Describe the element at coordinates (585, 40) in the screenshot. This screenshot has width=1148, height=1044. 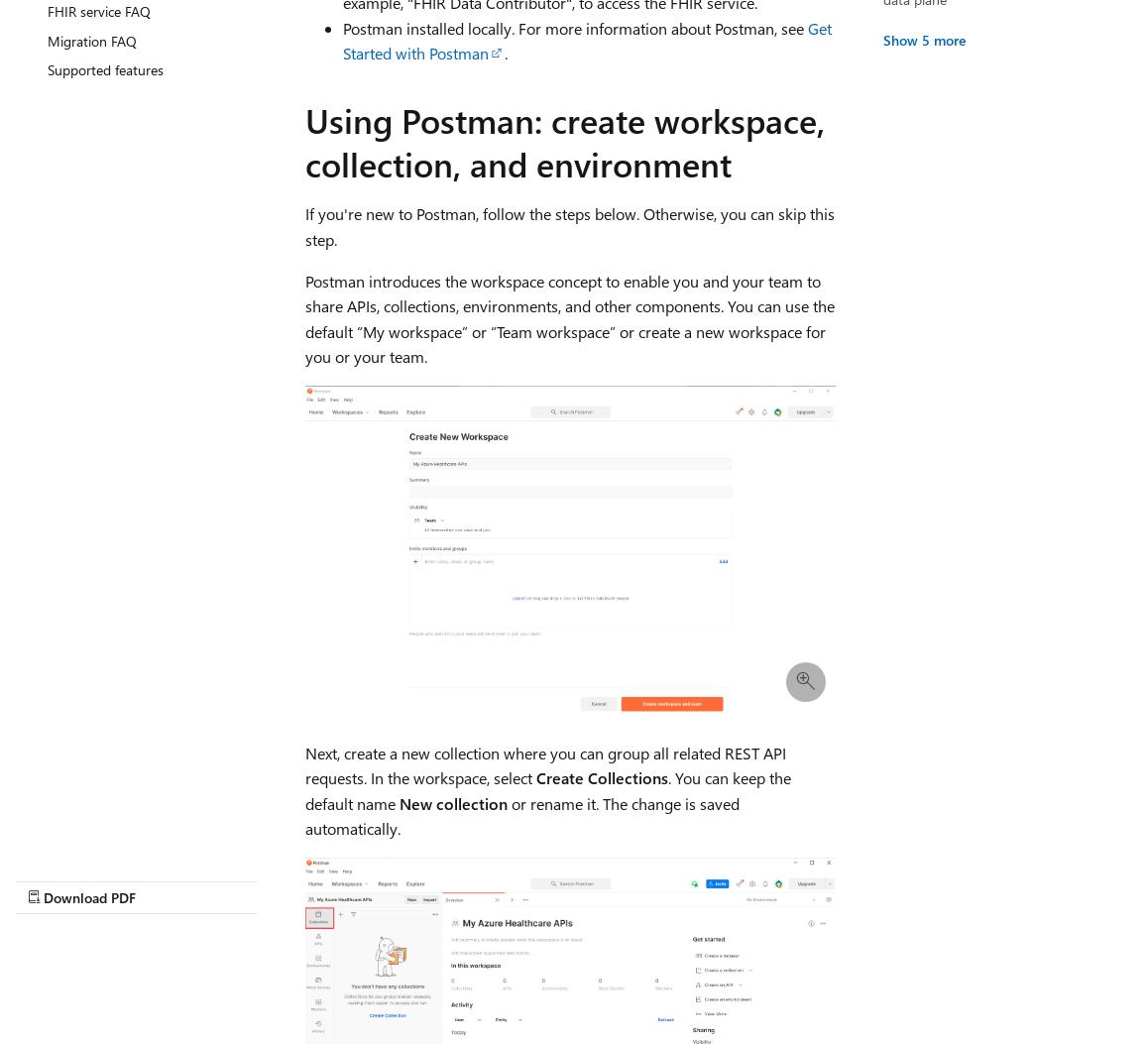
I see `'Get Started with Postman'` at that location.